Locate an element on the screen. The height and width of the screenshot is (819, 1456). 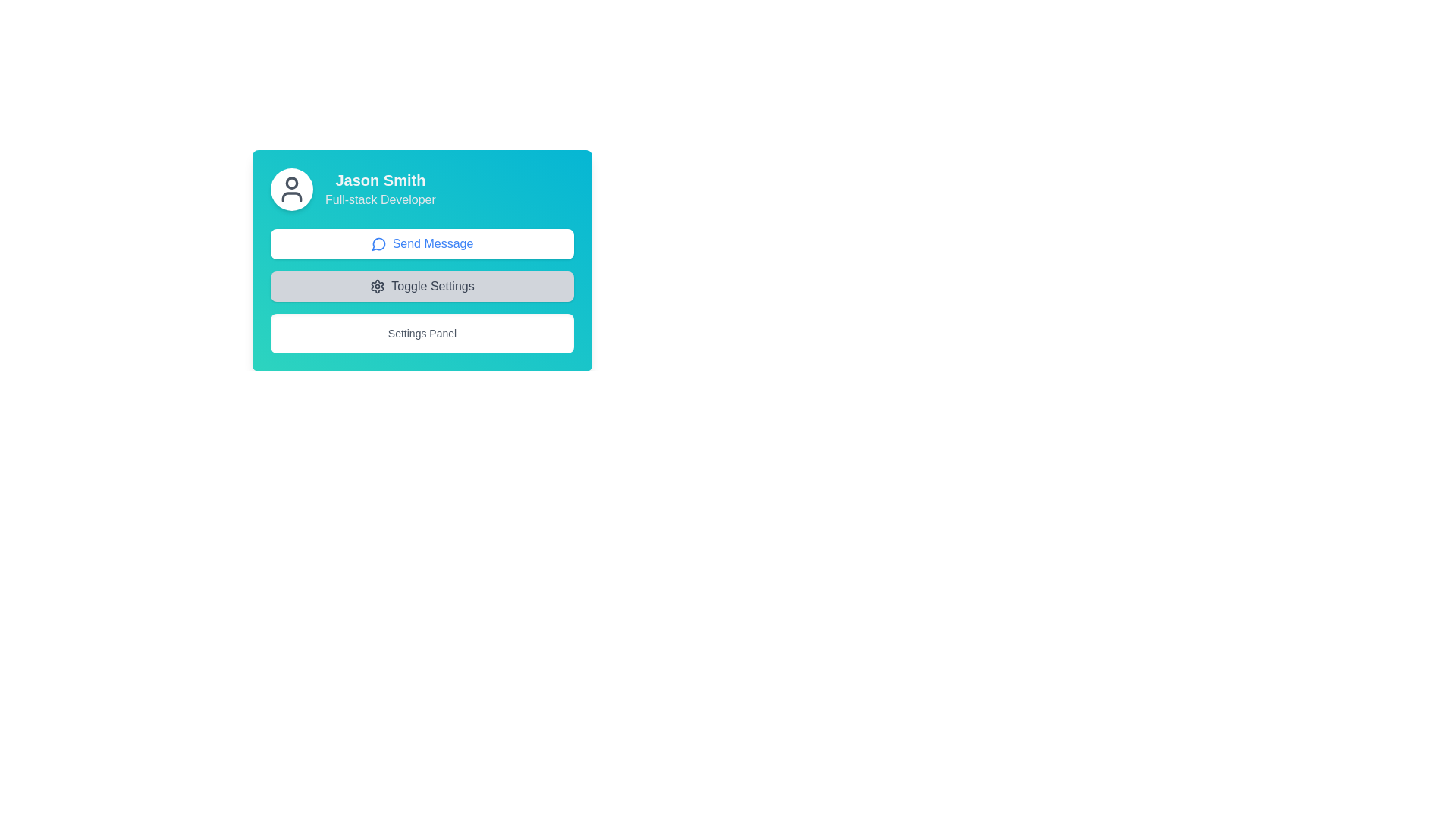
the cogwheel icon of the 'Toggle Settings' button is located at coordinates (378, 287).